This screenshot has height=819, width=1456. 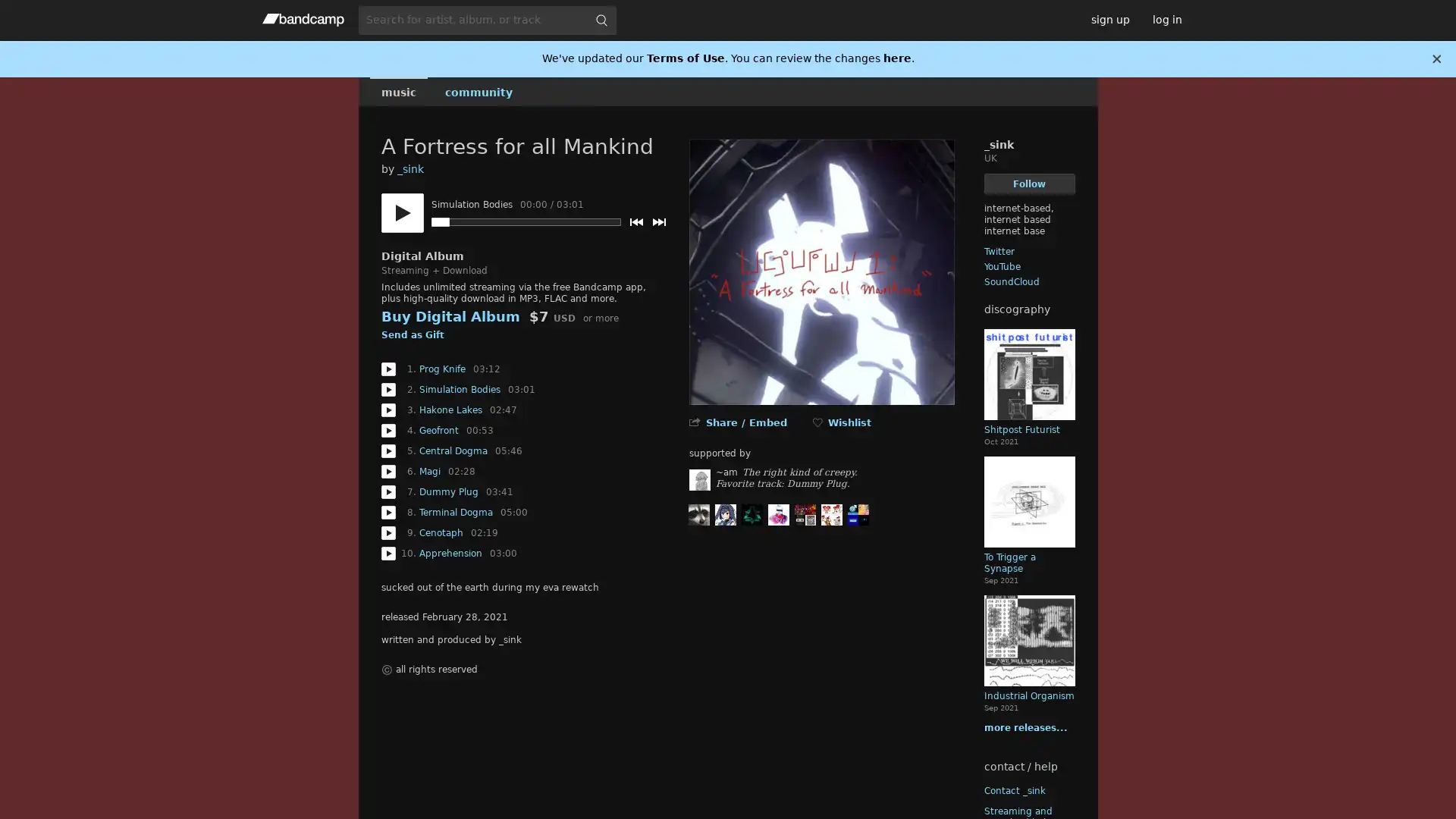 What do you see at coordinates (422, 256) in the screenshot?
I see `Digital Album` at bounding box center [422, 256].